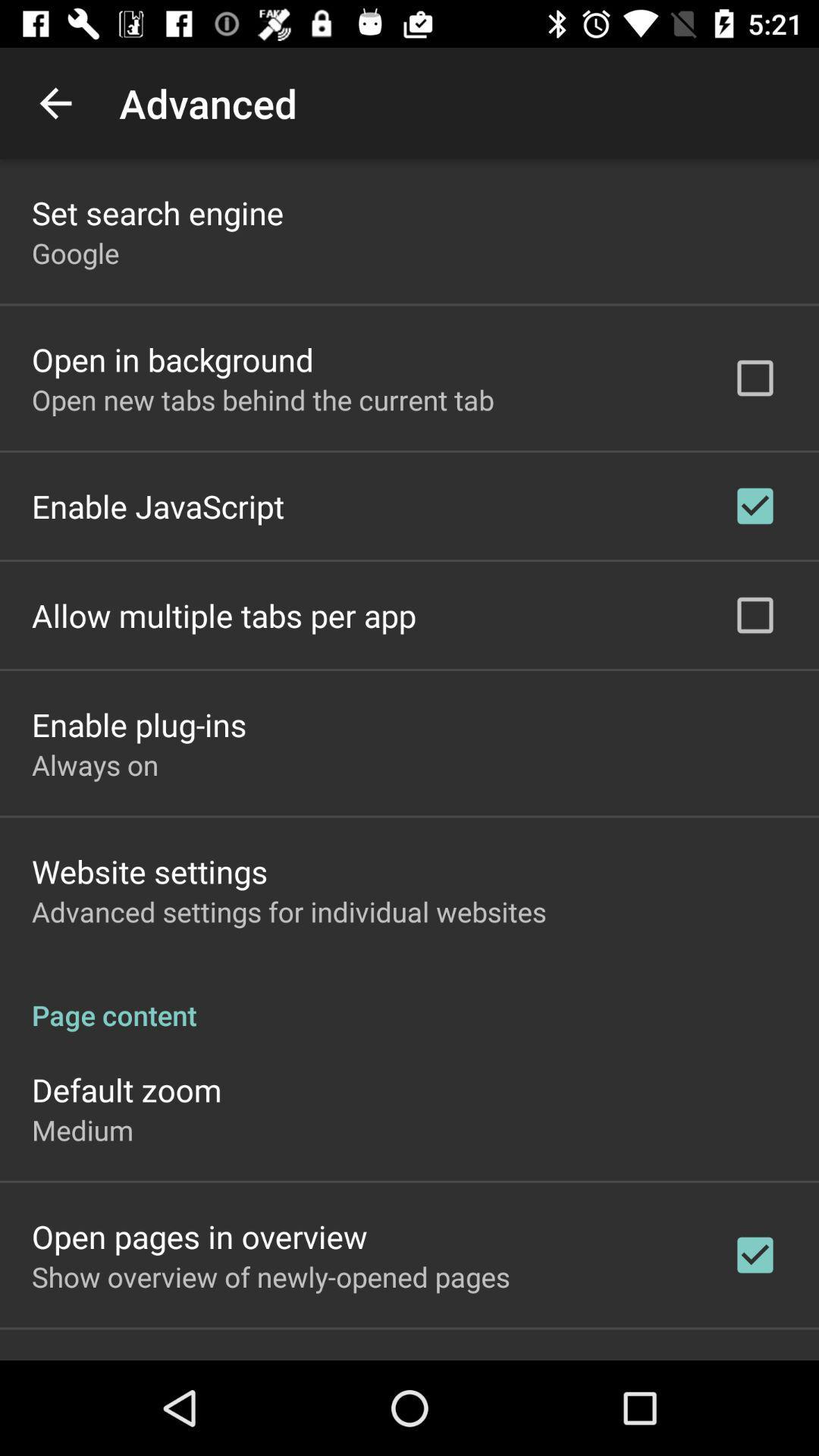  What do you see at coordinates (409, 999) in the screenshot?
I see `the page content item` at bounding box center [409, 999].